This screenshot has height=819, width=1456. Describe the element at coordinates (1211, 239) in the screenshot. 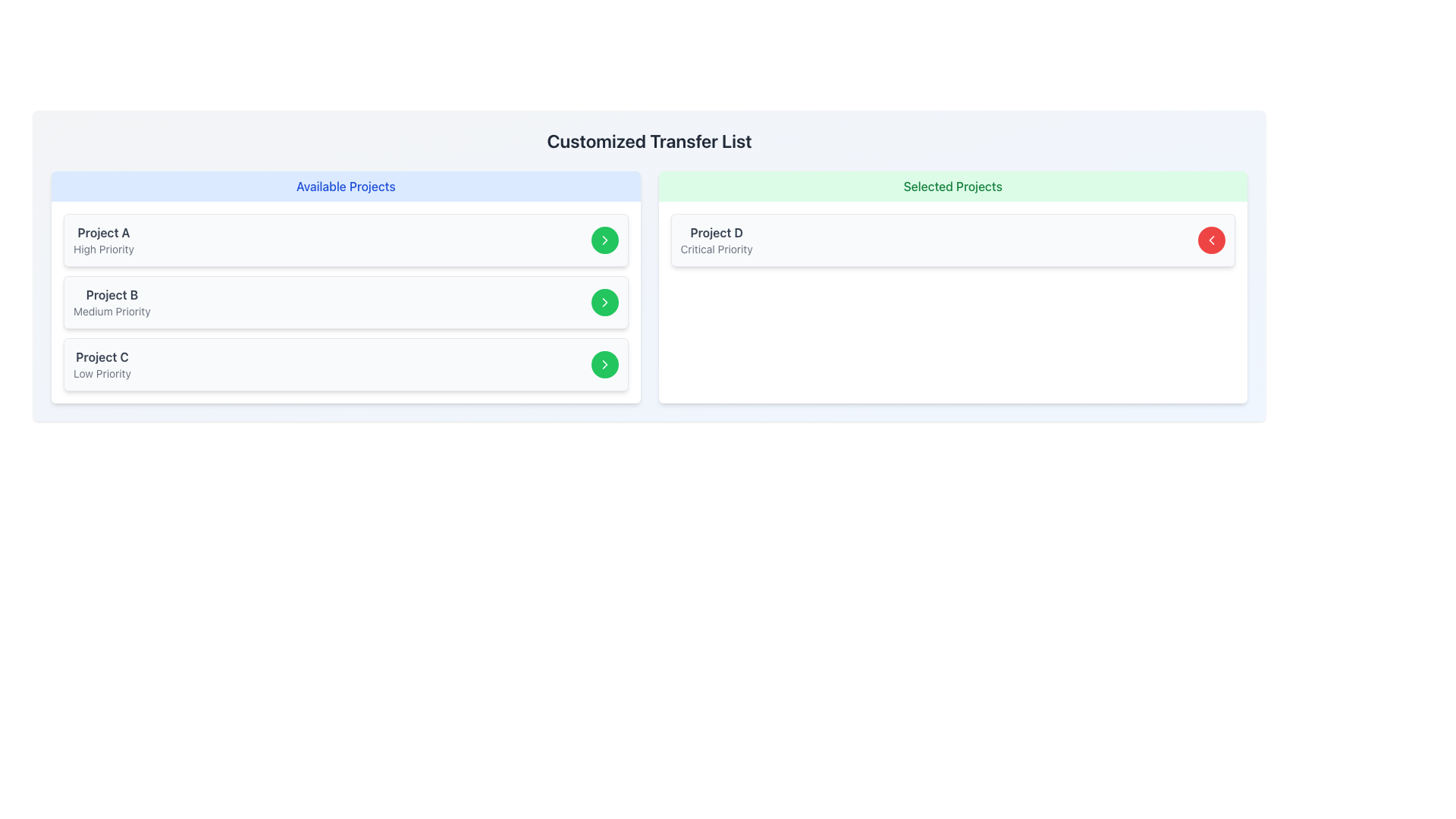

I see `the red circular button with a white chevron arrow pointing left, located in the 'Selected Projects' section next to 'Project D - Critical Priority'` at that location.